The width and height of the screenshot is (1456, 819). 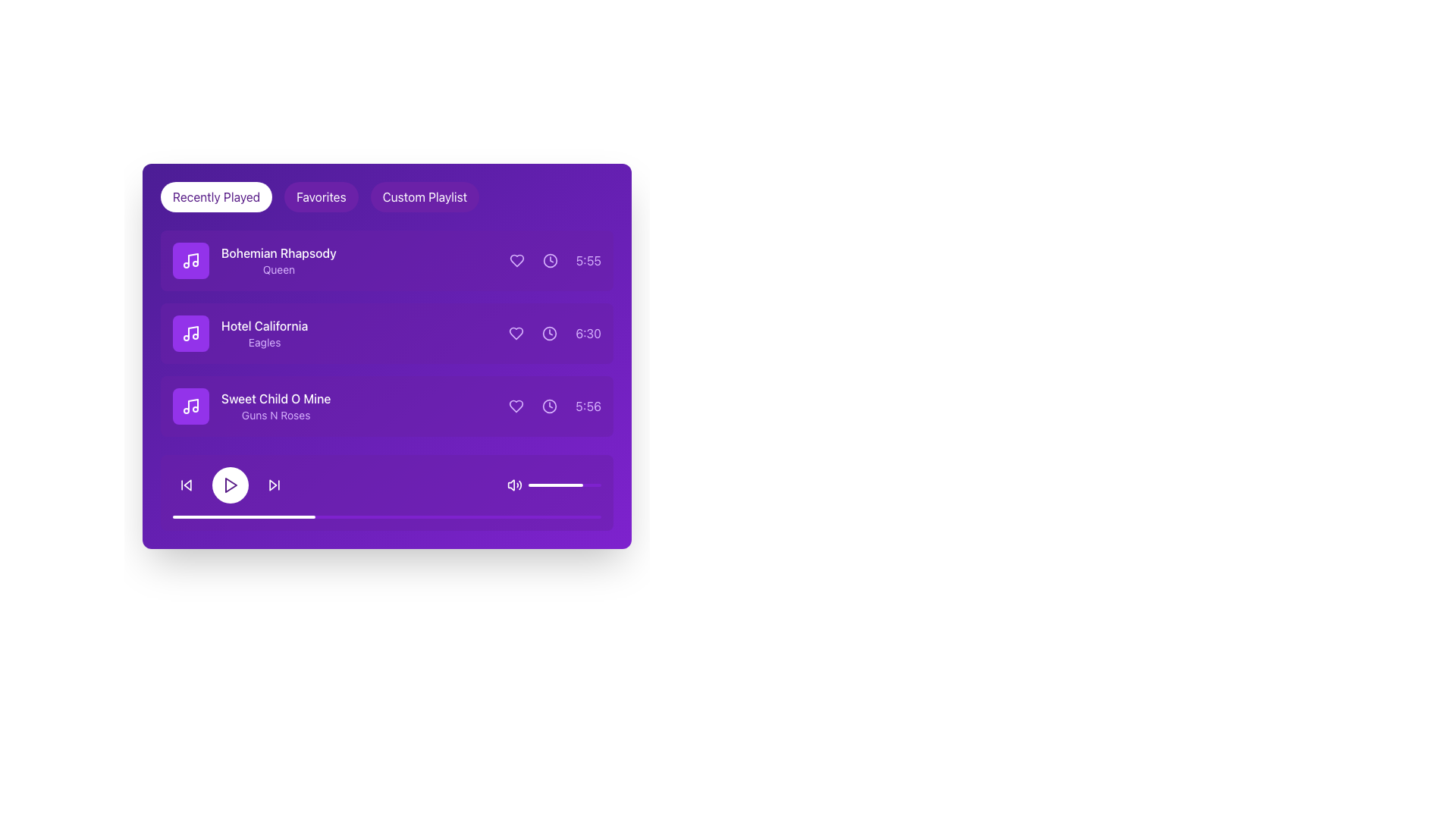 What do you see at coordinates (591, 516) in the screenshot?
I see `the progress bar` at bounding box center [591, 516].